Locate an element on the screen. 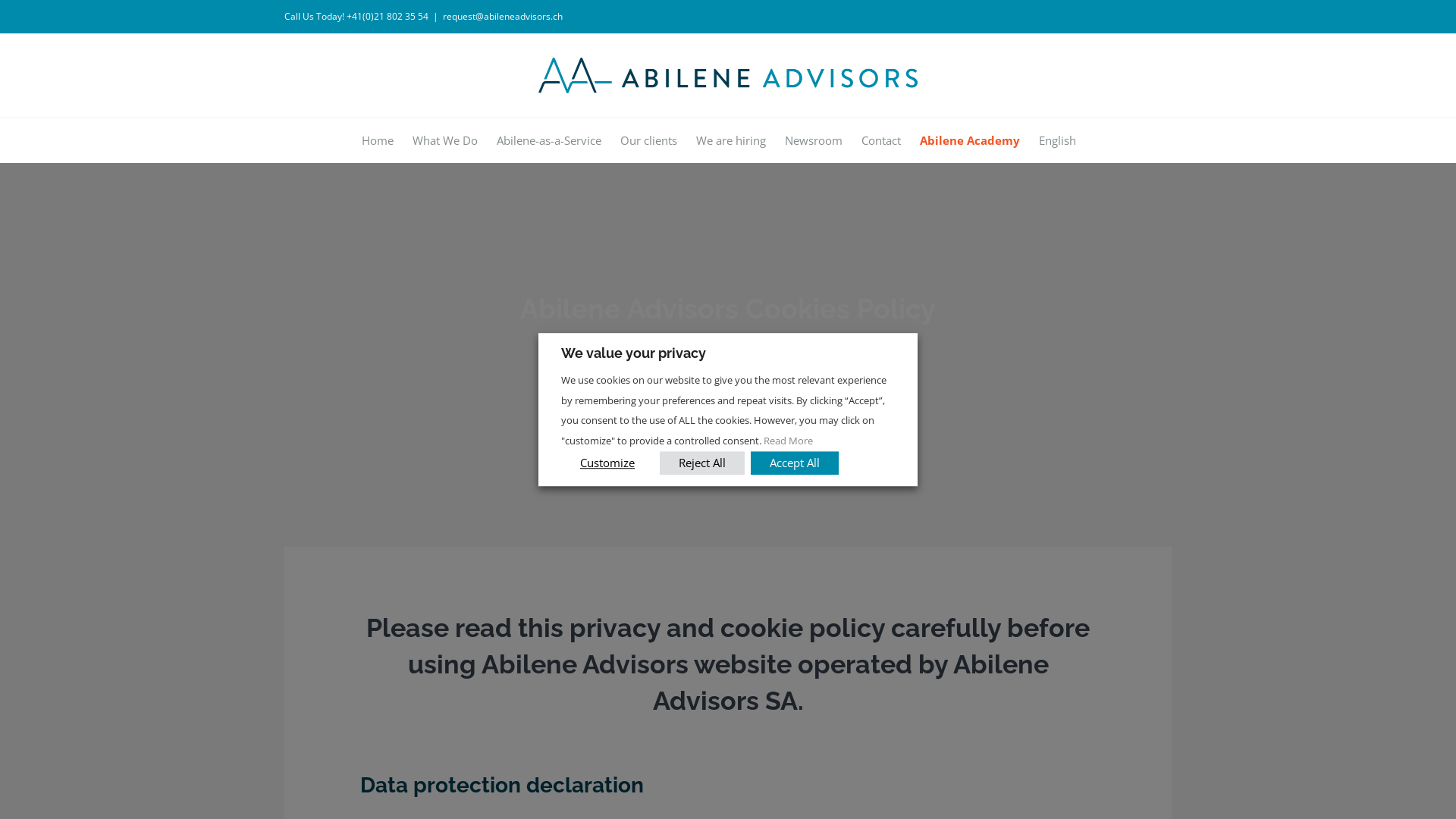 This screenshot has width=1456, height=819. 'Home' is located at coordinates (377, 139).